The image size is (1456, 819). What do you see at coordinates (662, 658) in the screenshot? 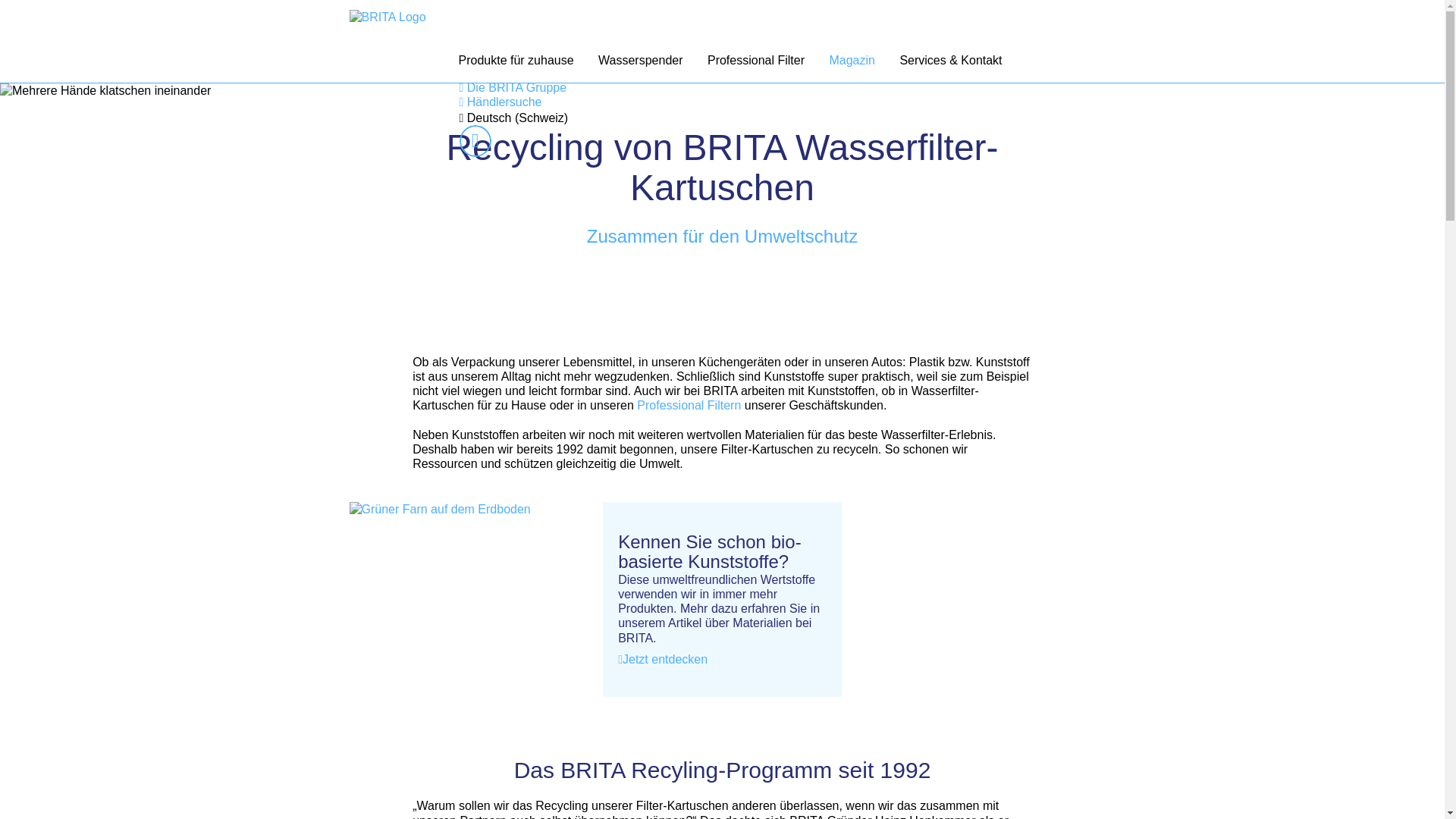
I see `'Jetzt entdecken'` at bounding box center [662, 658].